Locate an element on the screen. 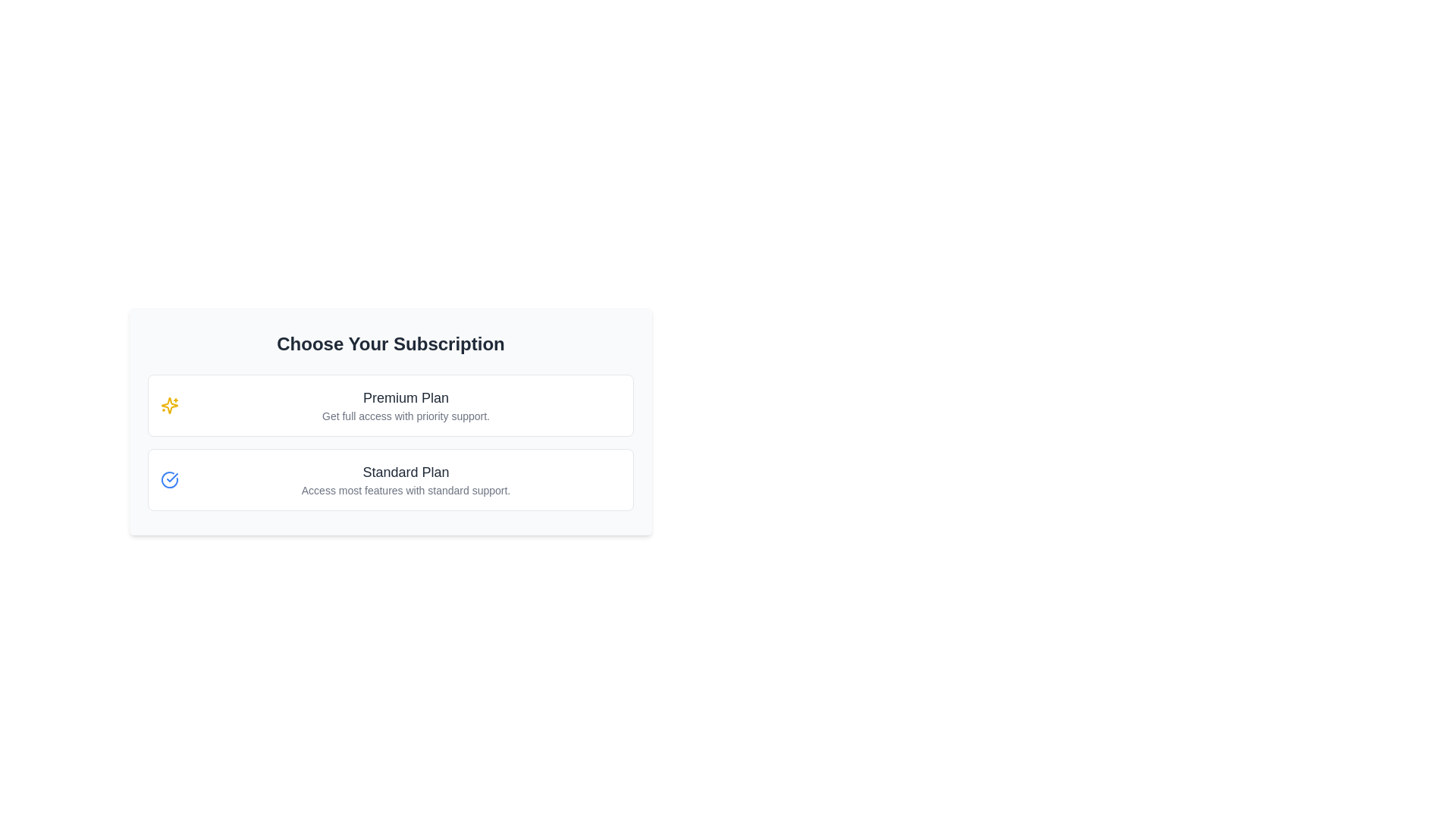  the circular blue checkmark icon located to the left of the 'Standard Plan' text is located at coordinates (170, 479).